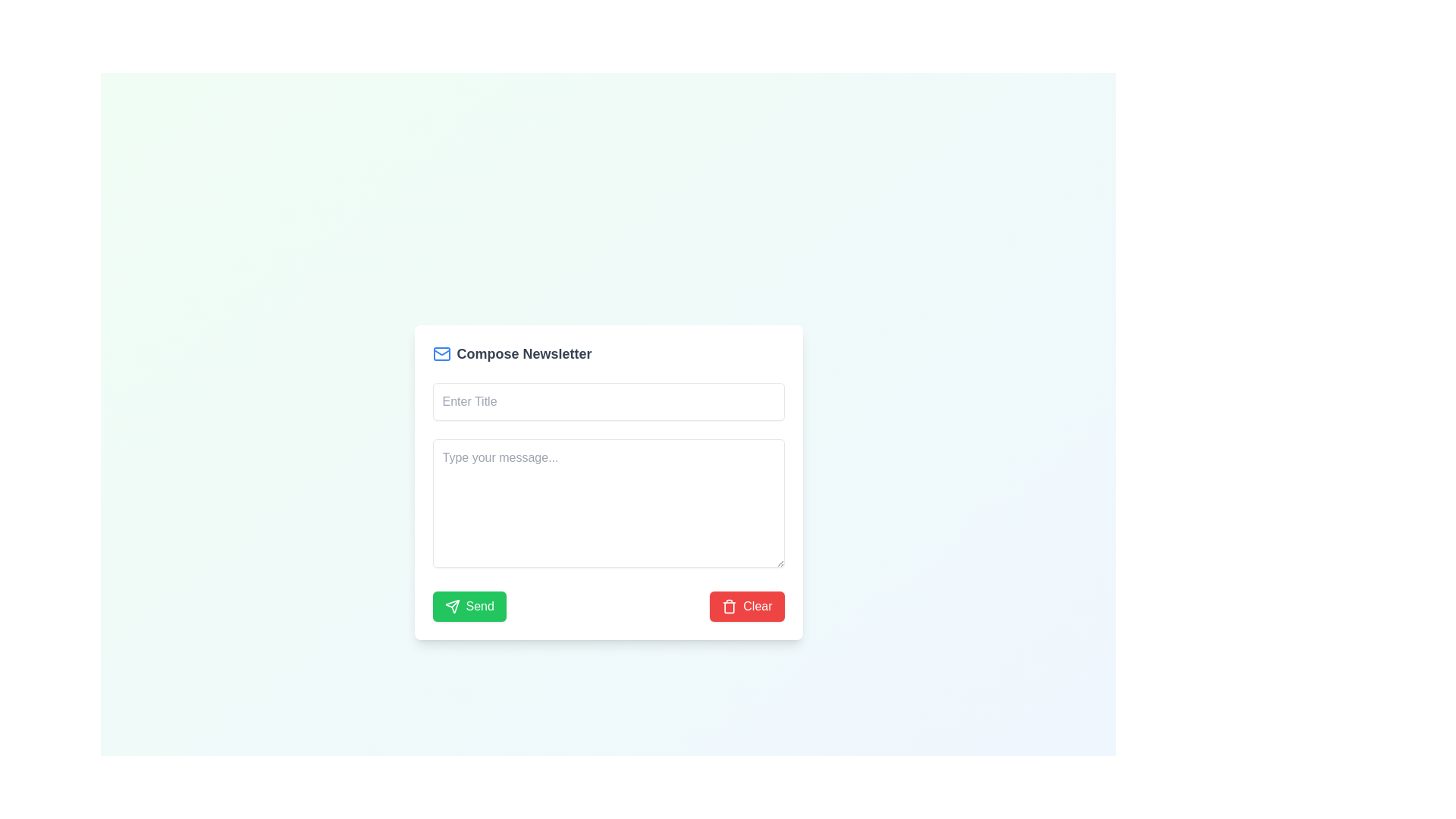  I want to click on the triangular-shaped icon with sharp edges located within the green 'Send' button at the bottom-left corner of the 'Compose Newsletter' form, so click(451, 605).